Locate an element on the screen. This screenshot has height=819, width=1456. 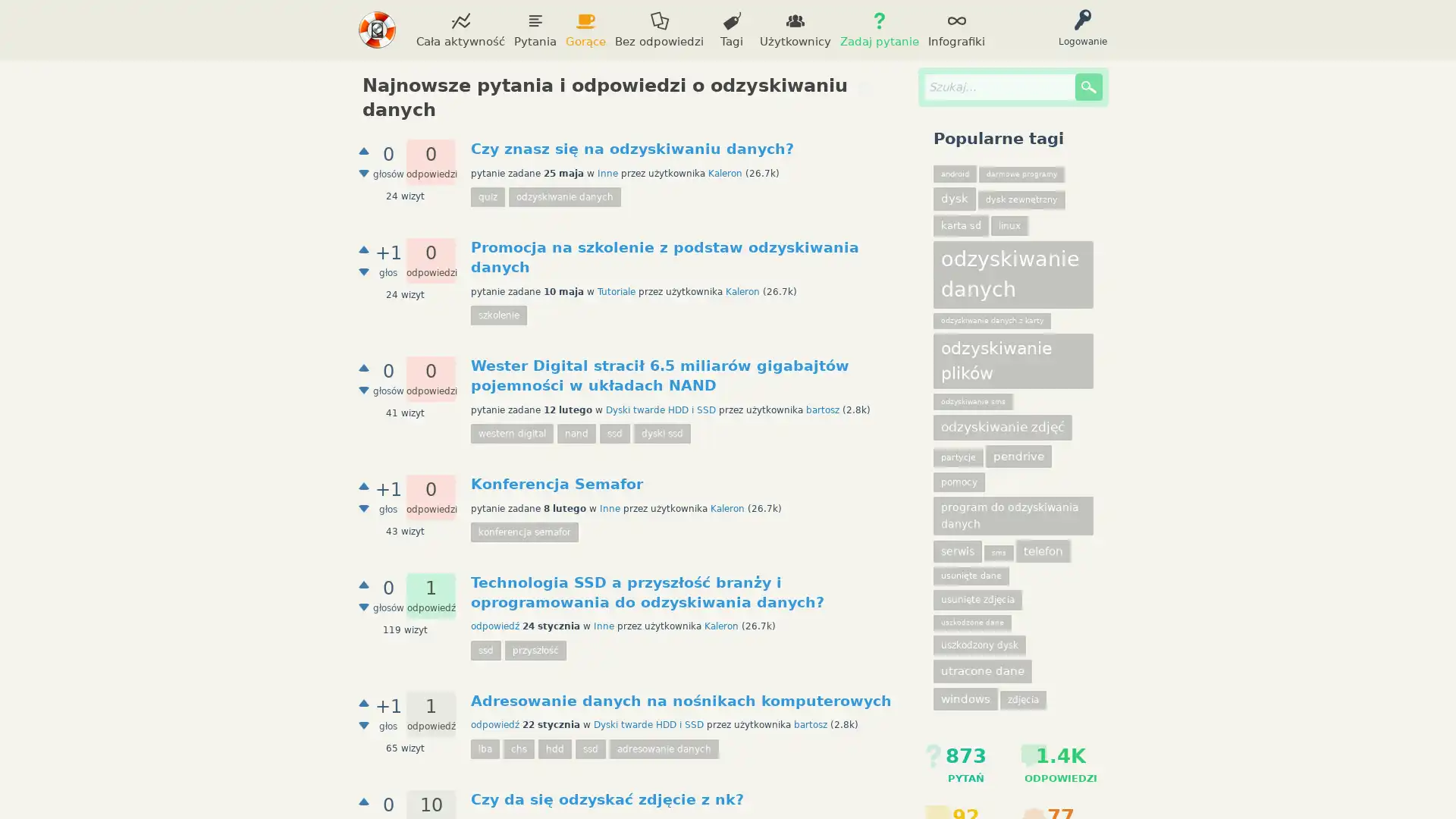
+ is located at coordinates (364, 583).